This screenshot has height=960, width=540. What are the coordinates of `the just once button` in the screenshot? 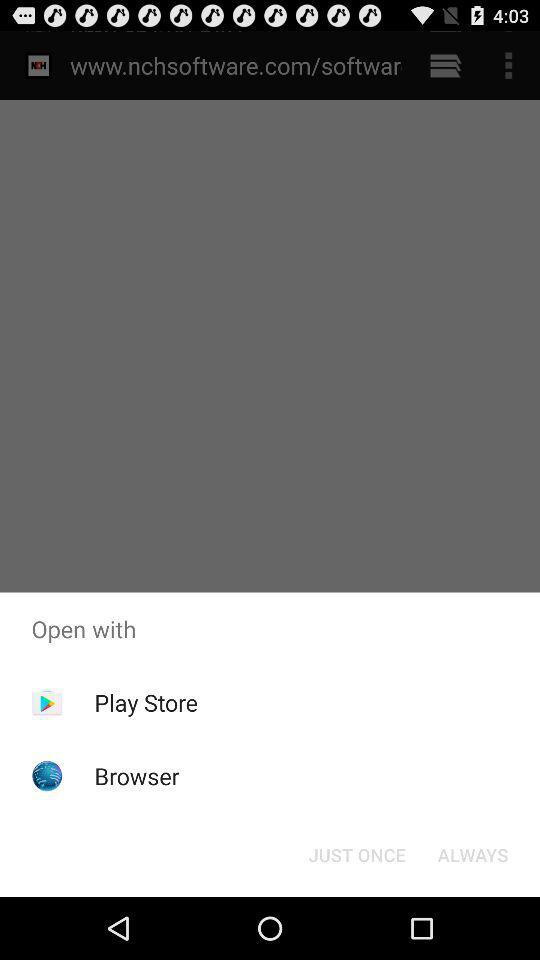 It's located at (356, 853).